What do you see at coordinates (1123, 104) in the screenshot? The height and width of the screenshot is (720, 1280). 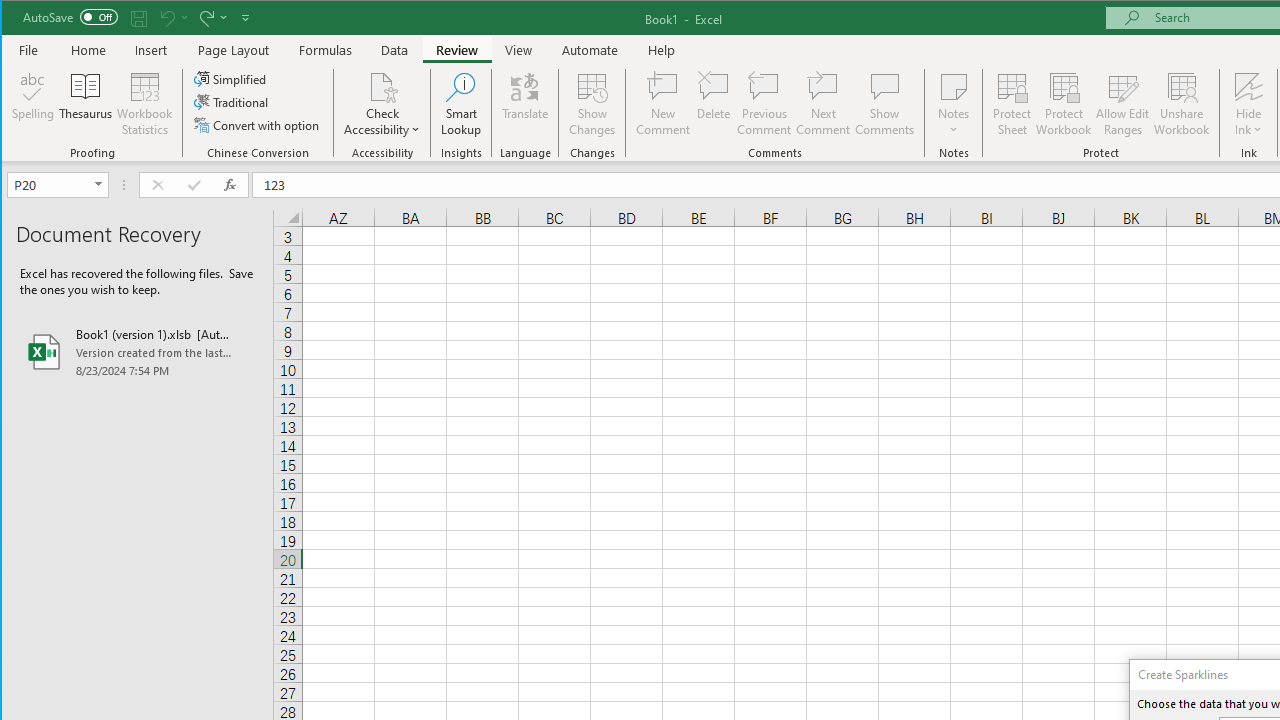 I see `'Allow Edit Ranges'` at bounding box center [1123, 104].